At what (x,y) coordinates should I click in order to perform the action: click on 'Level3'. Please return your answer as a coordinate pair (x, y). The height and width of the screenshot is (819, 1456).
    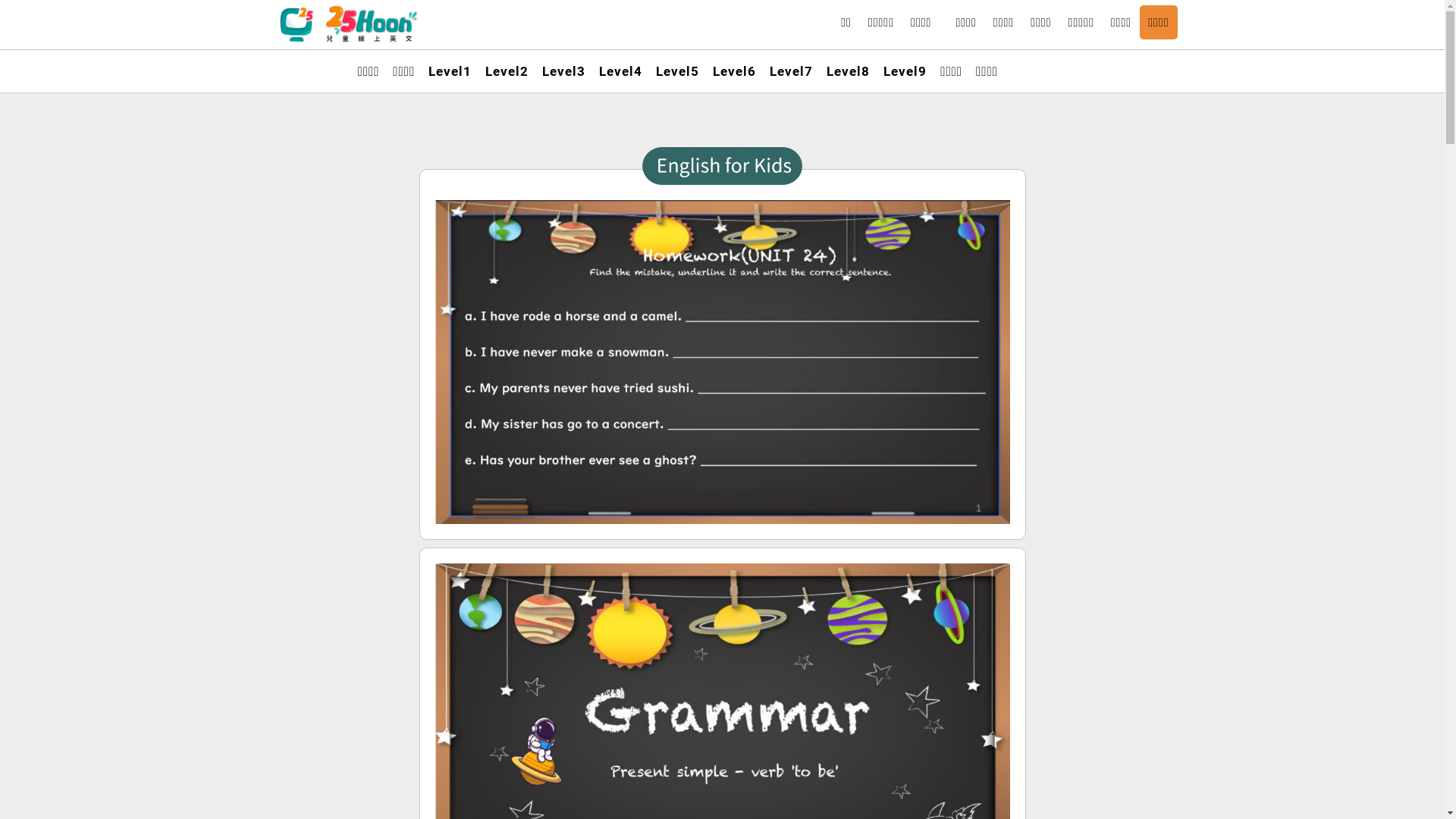
    Looking at the image, I should click on (563, 71).